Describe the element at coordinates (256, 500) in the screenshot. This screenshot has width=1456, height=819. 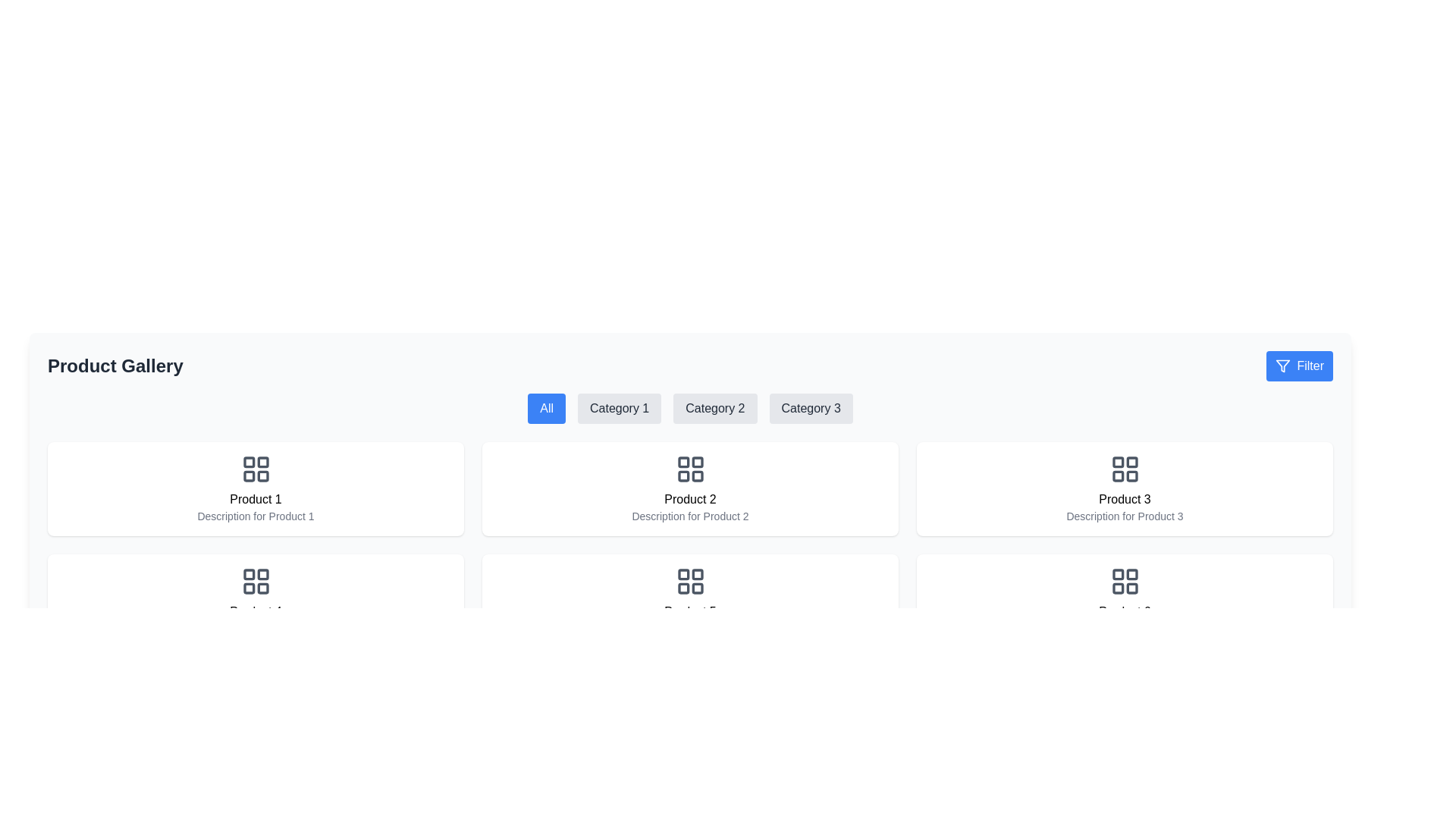
I see `the text label displaying 'Product 1', which is positioned above the description text within the product card layout` at that location.